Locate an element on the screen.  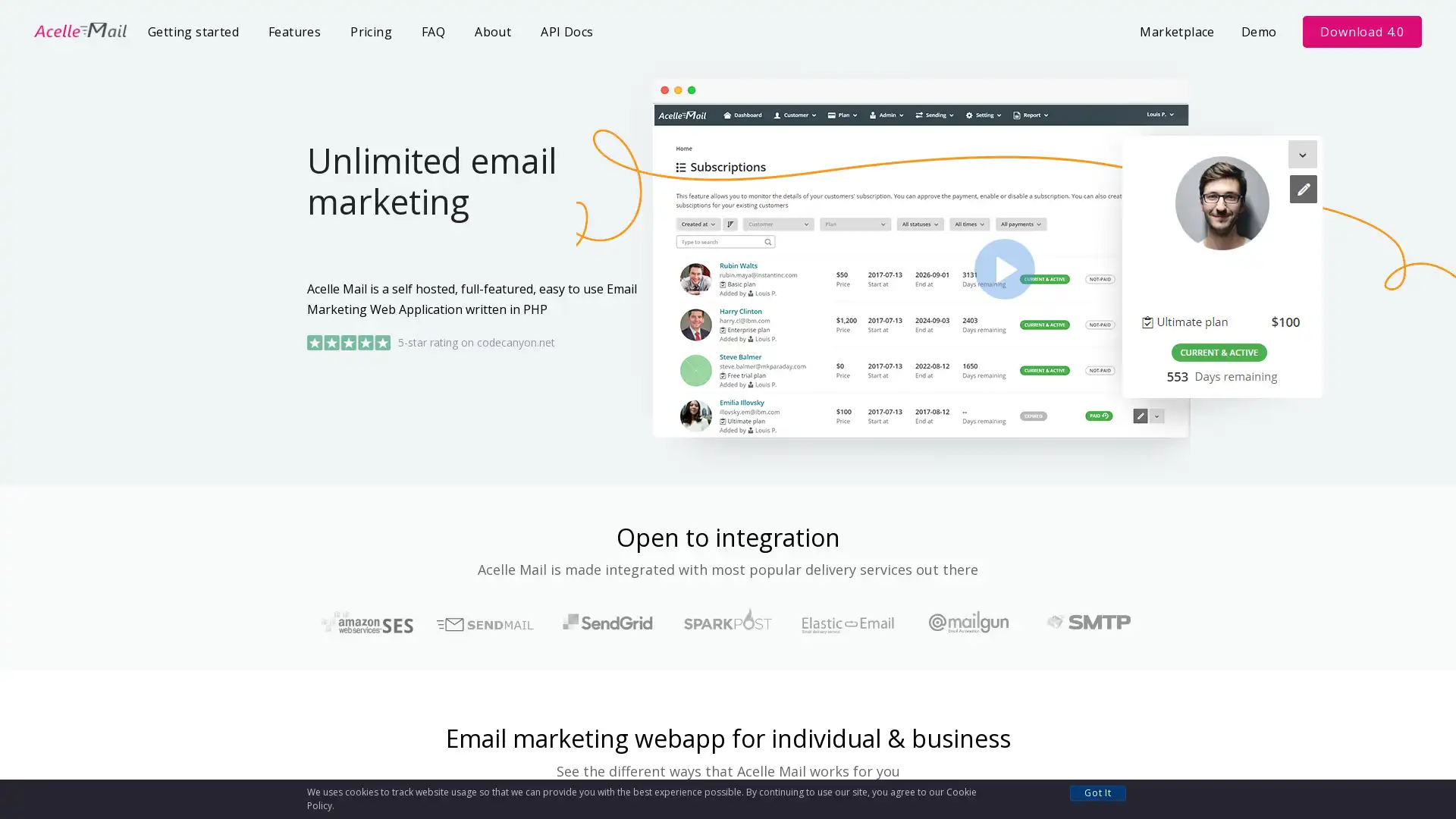
Got It is located at coordinates (1098, 792).